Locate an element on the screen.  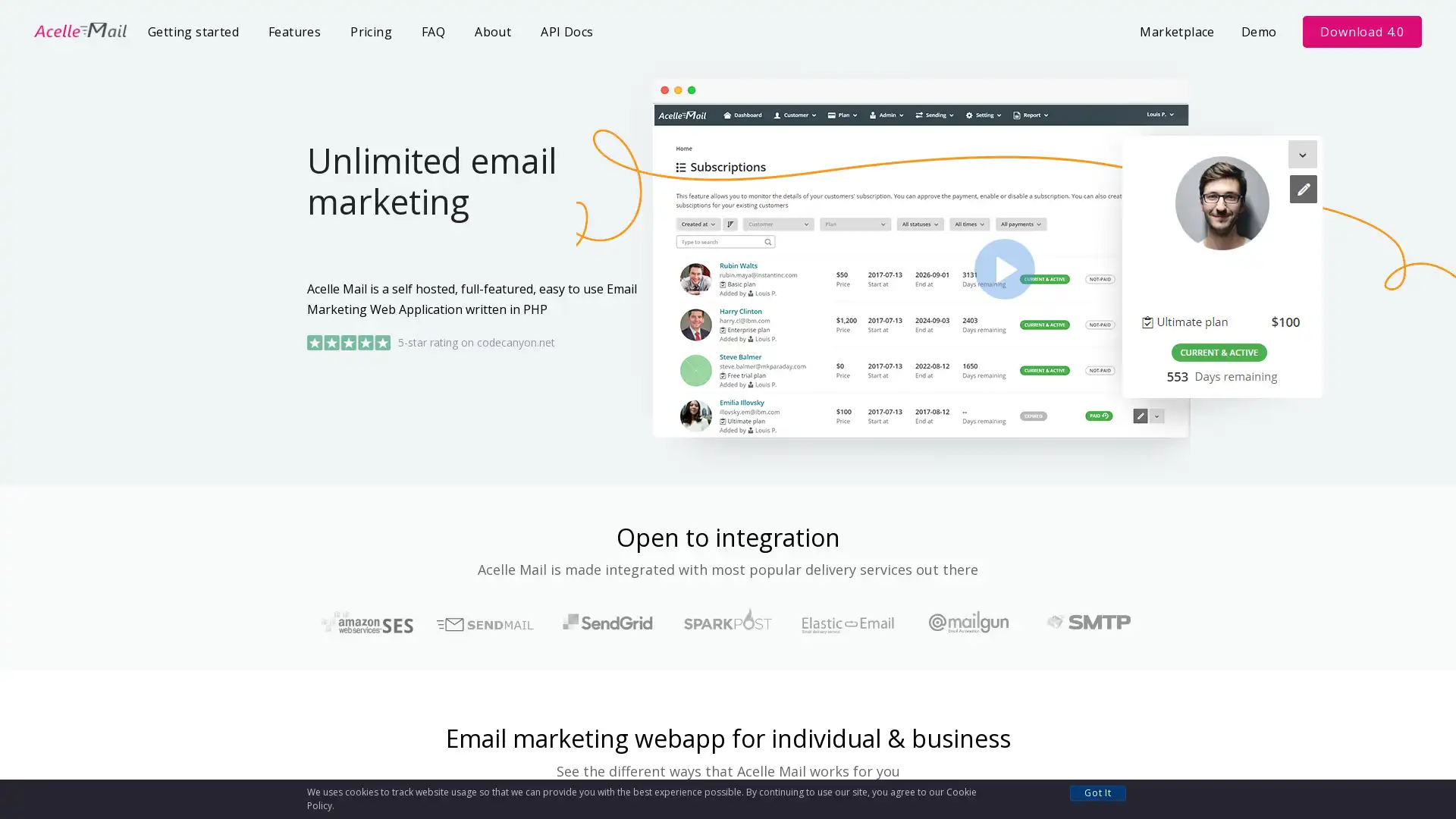
Got It is located at coordinates (1098, 792).